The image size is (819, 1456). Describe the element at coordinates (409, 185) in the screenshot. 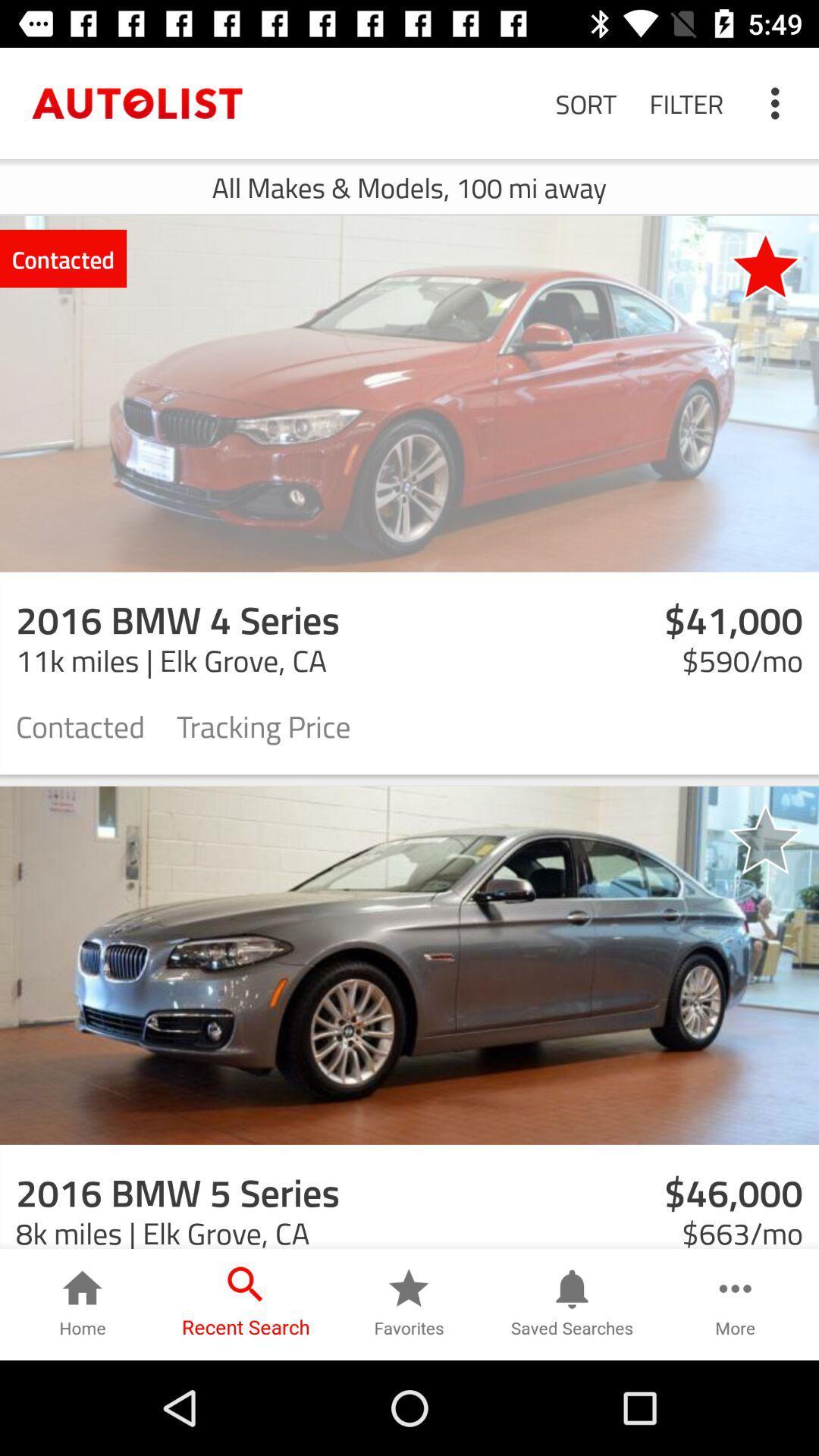

I see `all makes models icon` at that location.